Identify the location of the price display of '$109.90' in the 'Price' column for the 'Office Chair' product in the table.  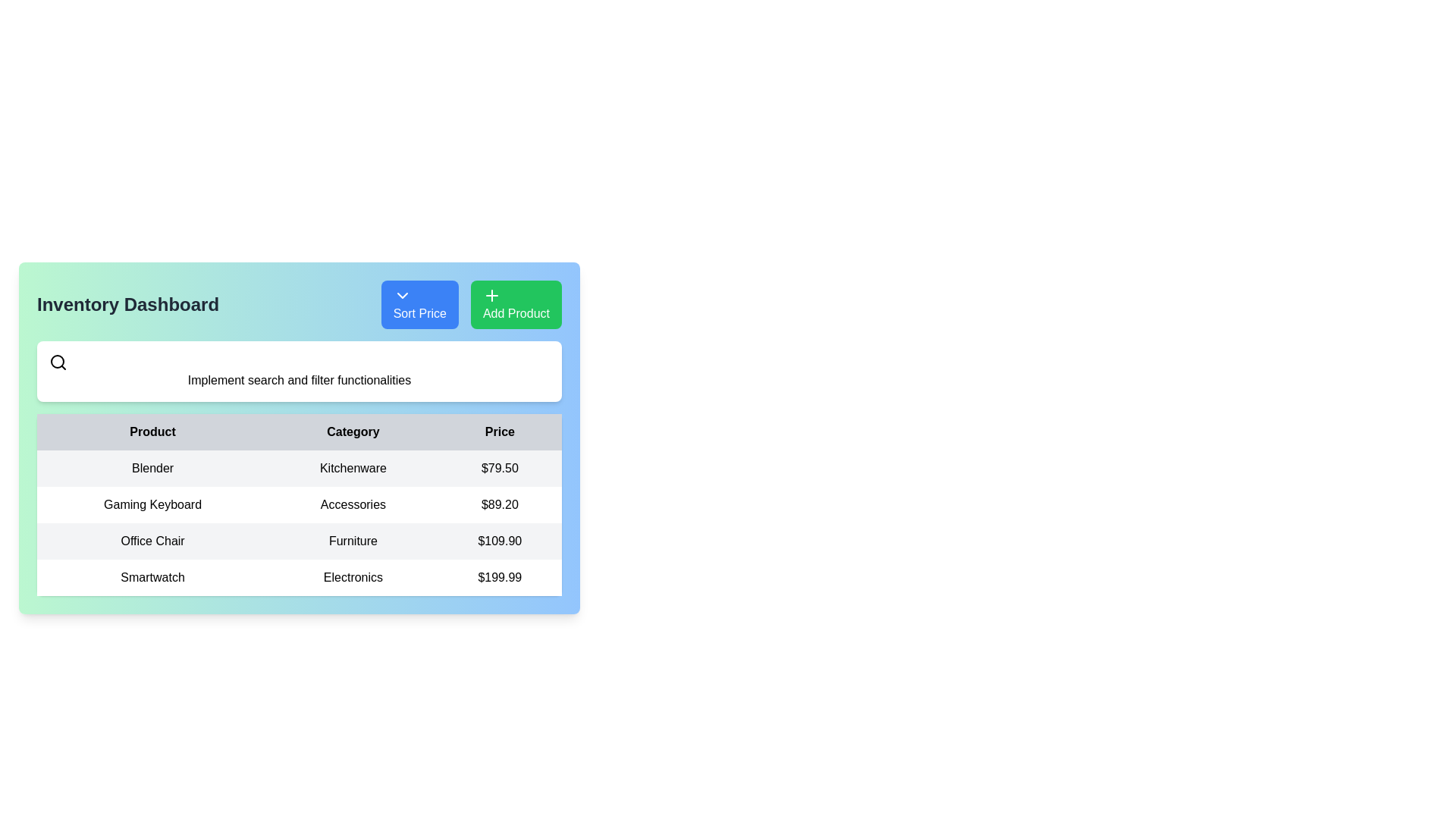
(500, 540).